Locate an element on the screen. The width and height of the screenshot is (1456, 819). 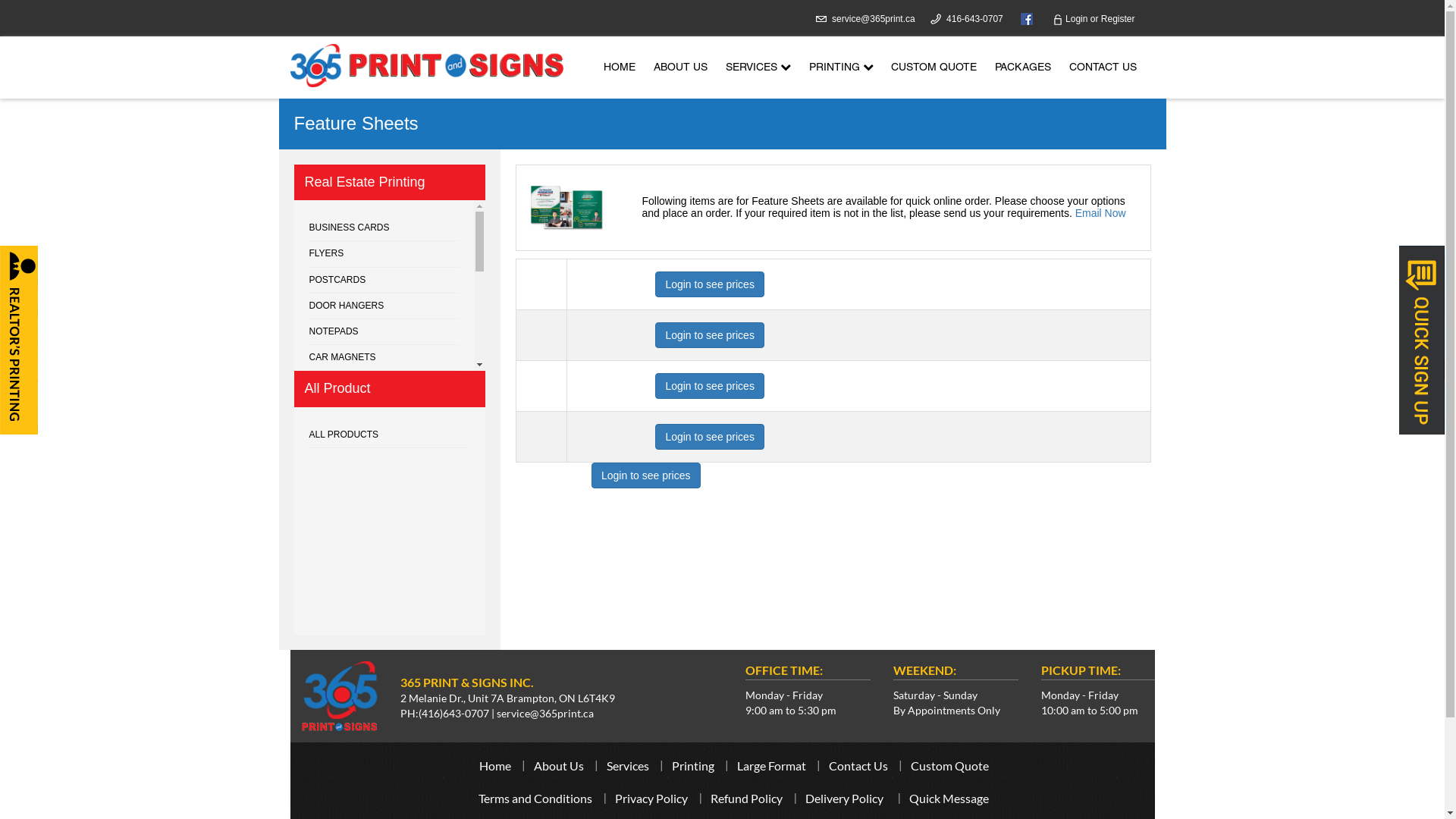
'Quick Message' is located at coordinates (948, 797).